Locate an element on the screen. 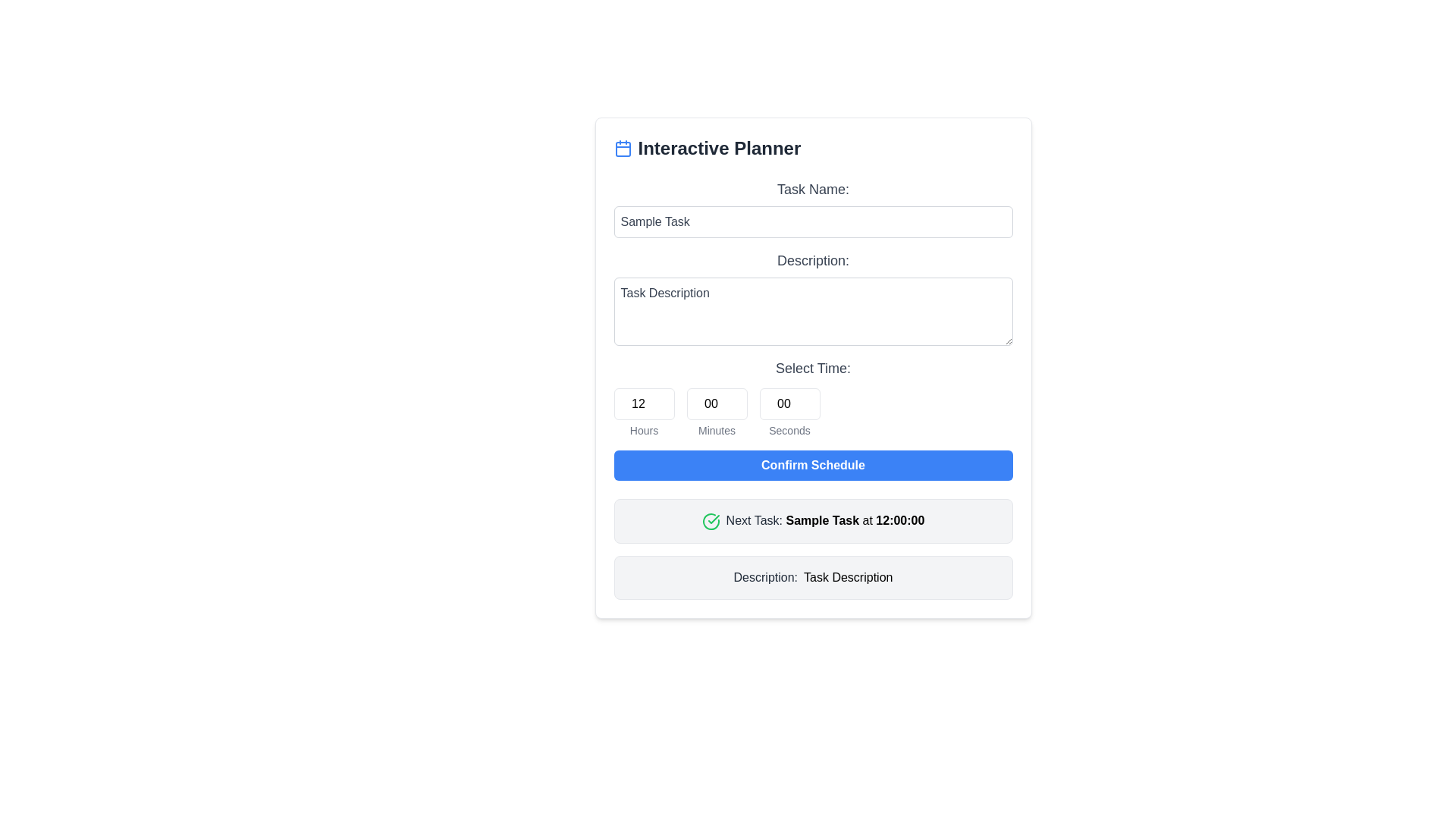  the Text Label that indicates the corresponding field for specifying hours, located below the numeric input for hours in the vertical layout of time value input fields is located at coordinates (644, 430).